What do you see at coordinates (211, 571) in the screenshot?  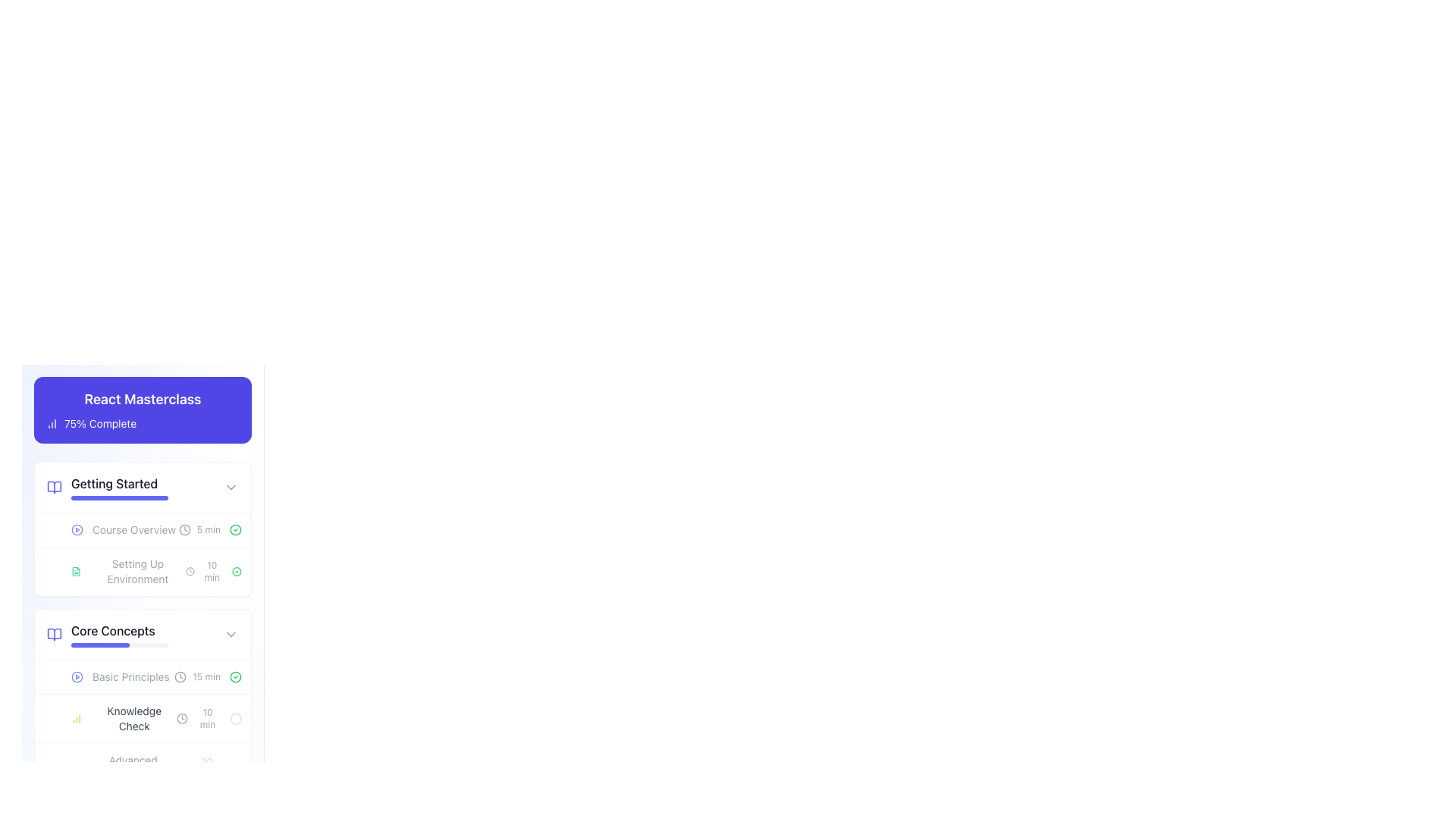 I see `the static text label indicating the duration of the associated task in minutes, located in the 'Setting Up Environment' section of the 'Getting Started' module of the 'React Masterclass' content` at bounding box center [211, 571].